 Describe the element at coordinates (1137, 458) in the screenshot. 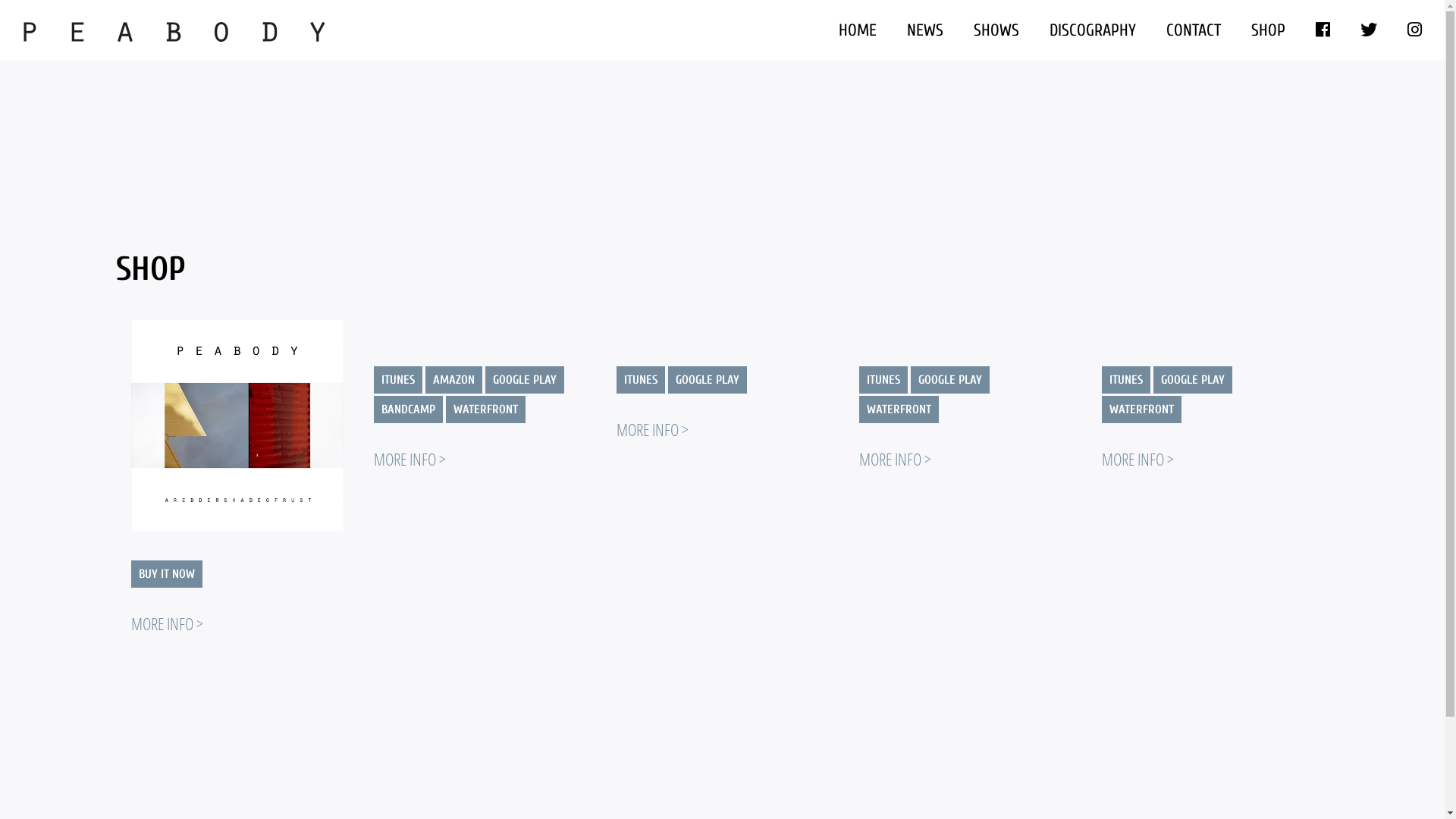

I see `'MORE INFO >'` at that location.